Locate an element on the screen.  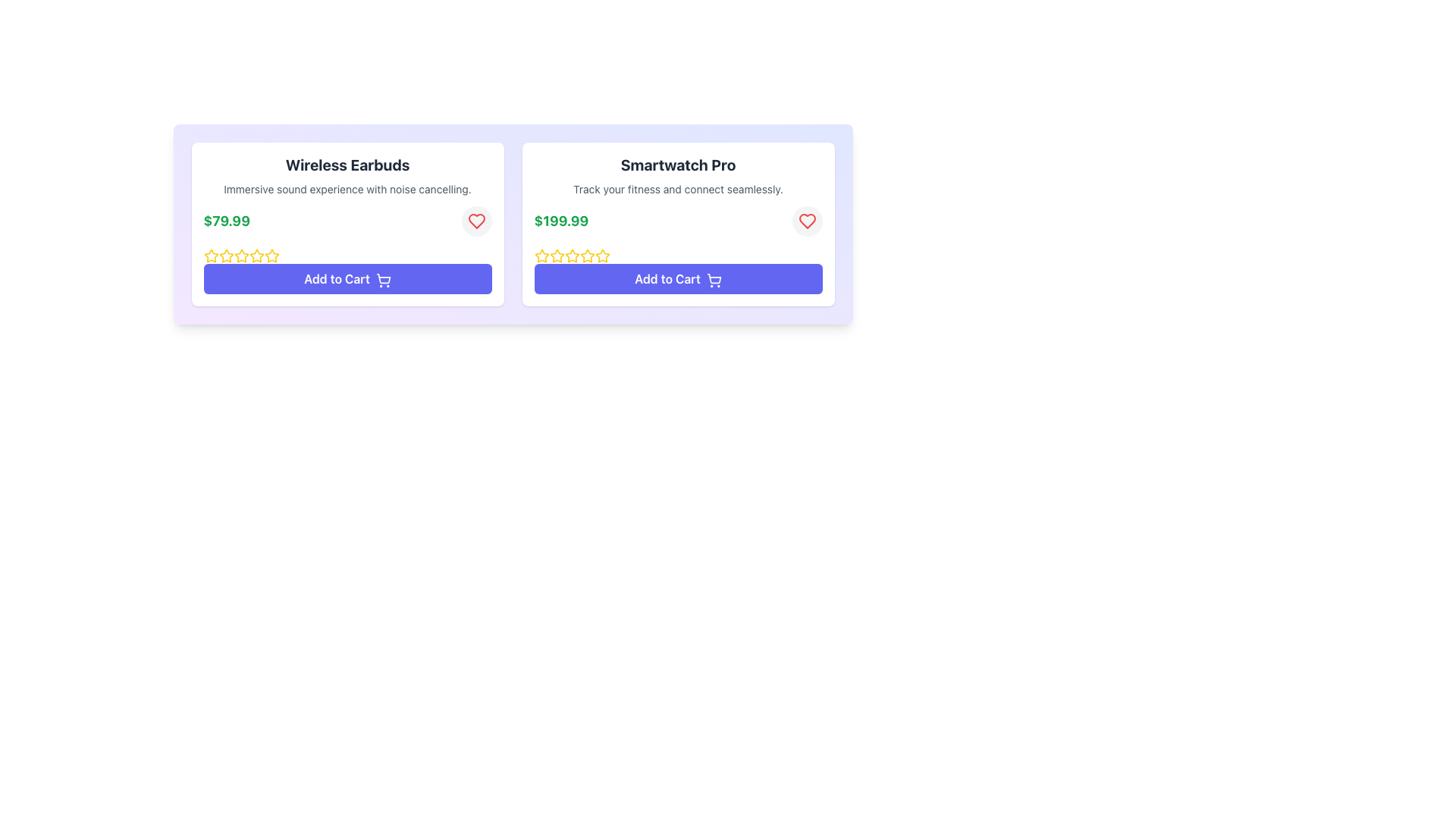
the circular gray button with a heart icon to mark the item priced at $79.99 as a favorite is located at coordinates (475, 221).